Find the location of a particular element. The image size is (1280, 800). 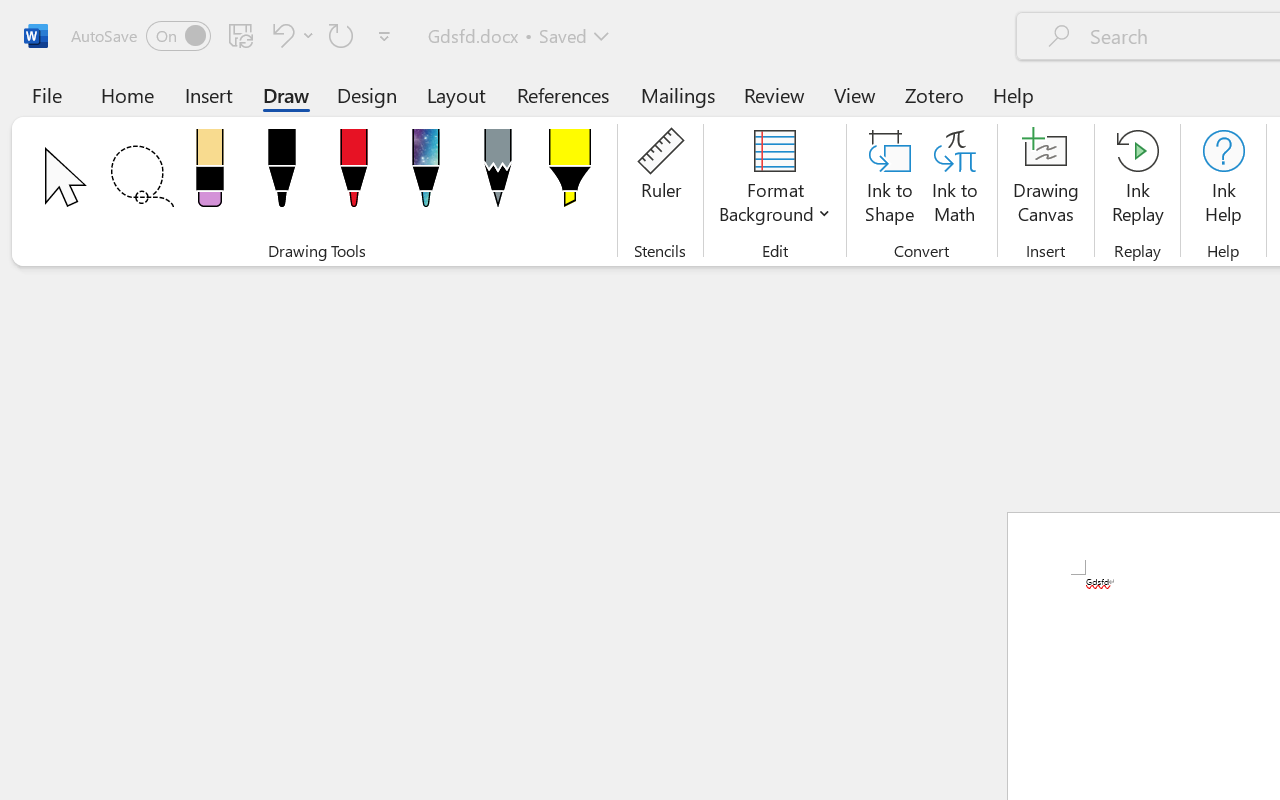

'Drawing Canvas' is located at coordinates (1045, 179).